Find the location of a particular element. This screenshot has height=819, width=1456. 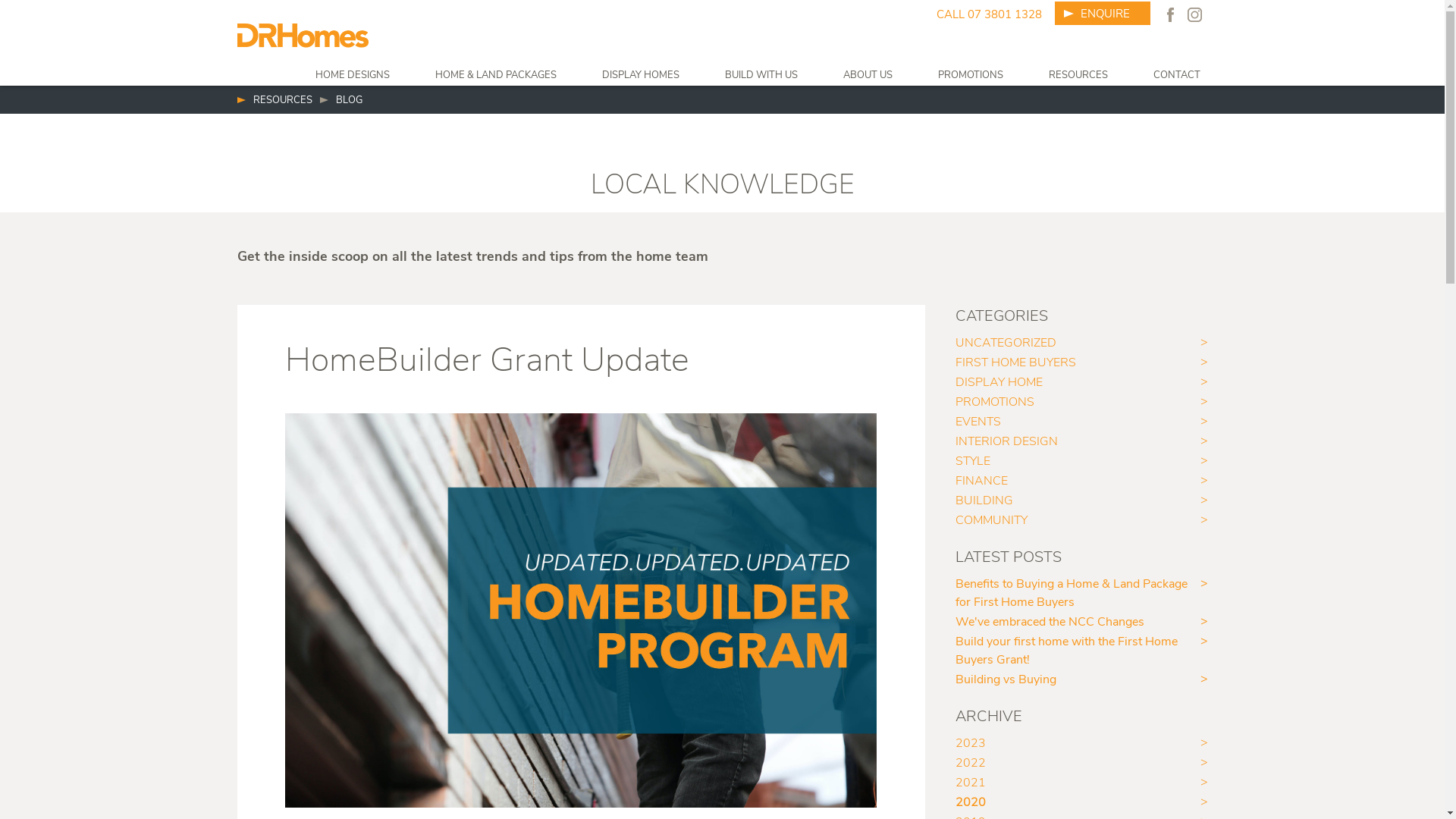

'RESOURCES' is located at coordinates (274, 100).